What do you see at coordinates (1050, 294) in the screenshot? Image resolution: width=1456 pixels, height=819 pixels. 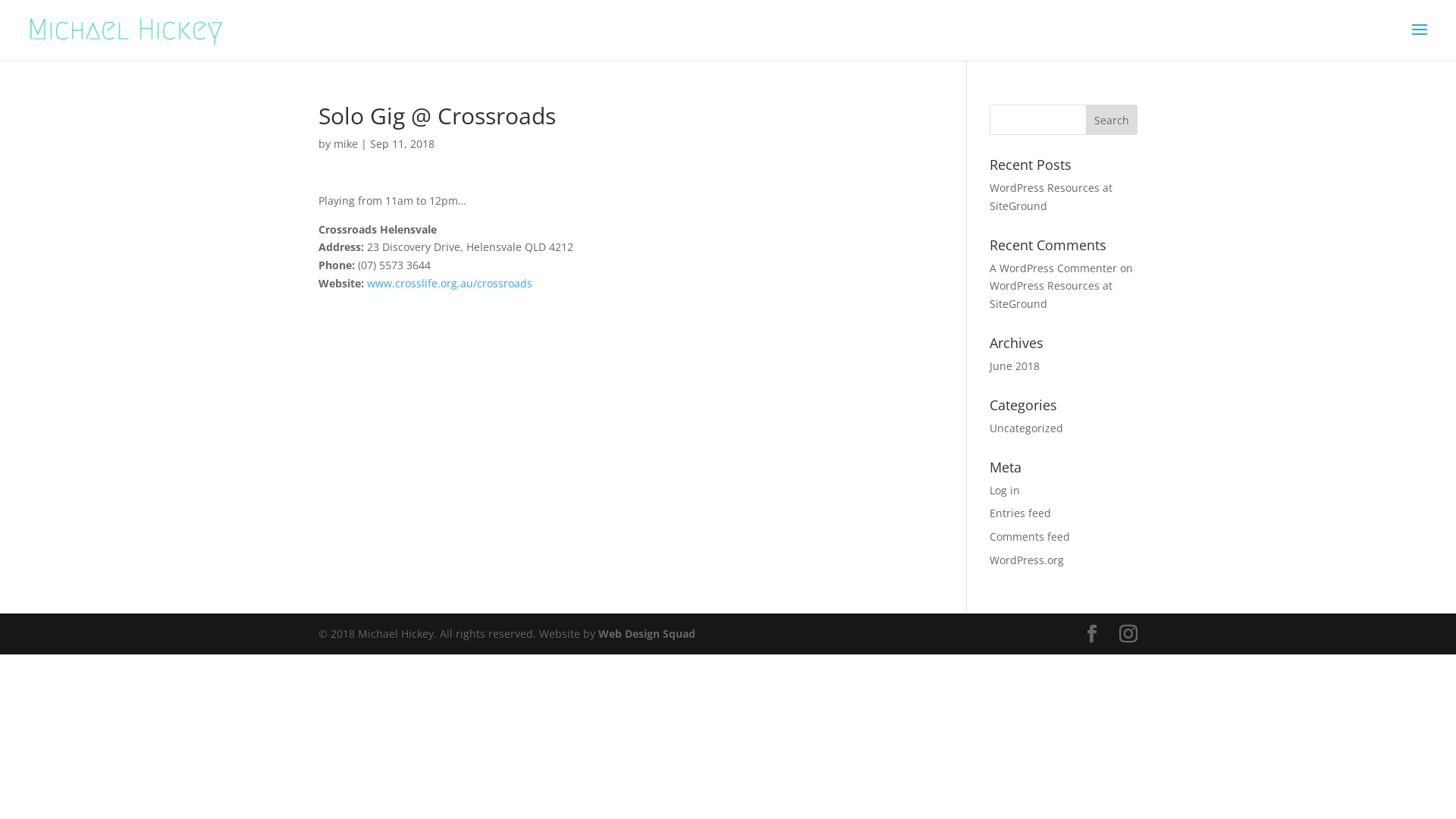 I see `'WordPress Resources at SiteGround'` at bounding box center [1050, 294].